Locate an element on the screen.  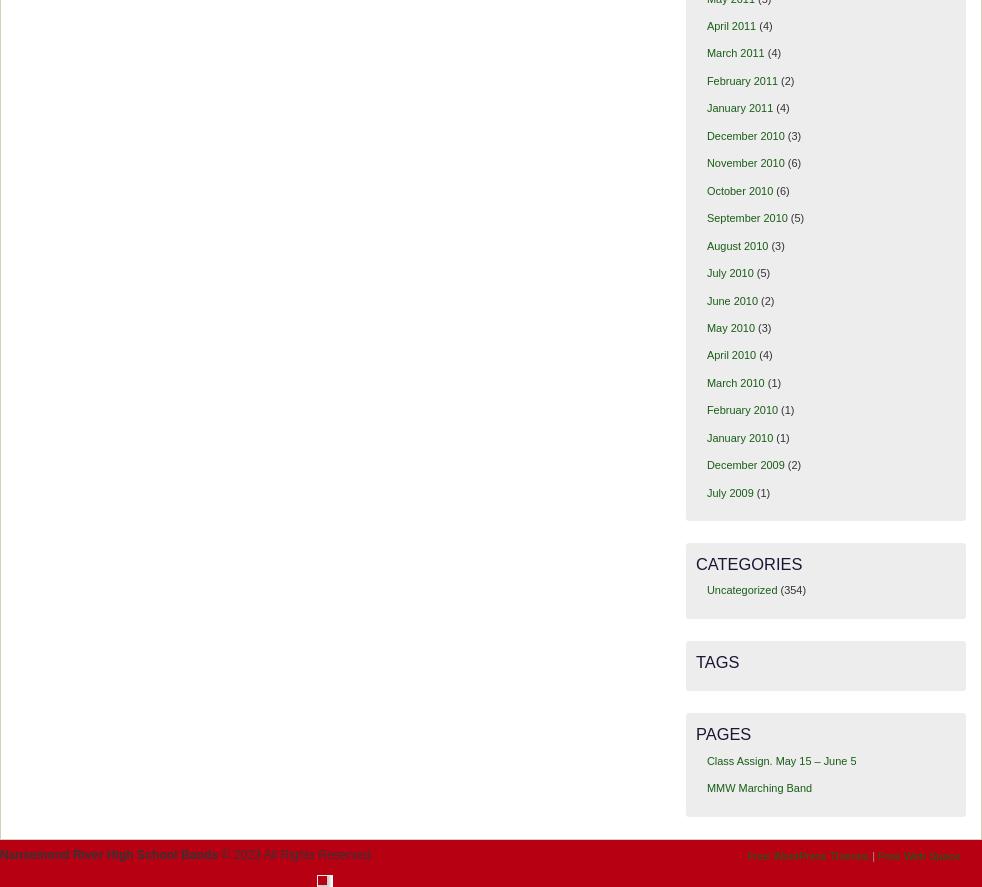
'Uncategorized' is located at coordinates (741, 589).